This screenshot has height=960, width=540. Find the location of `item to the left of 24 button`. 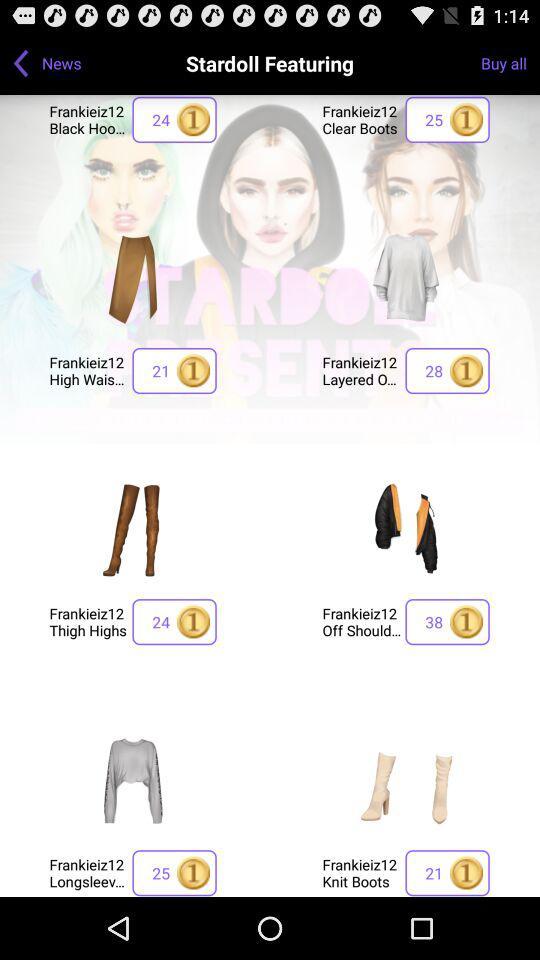

item to the left of 24 button is located at coordinates (87, 620).